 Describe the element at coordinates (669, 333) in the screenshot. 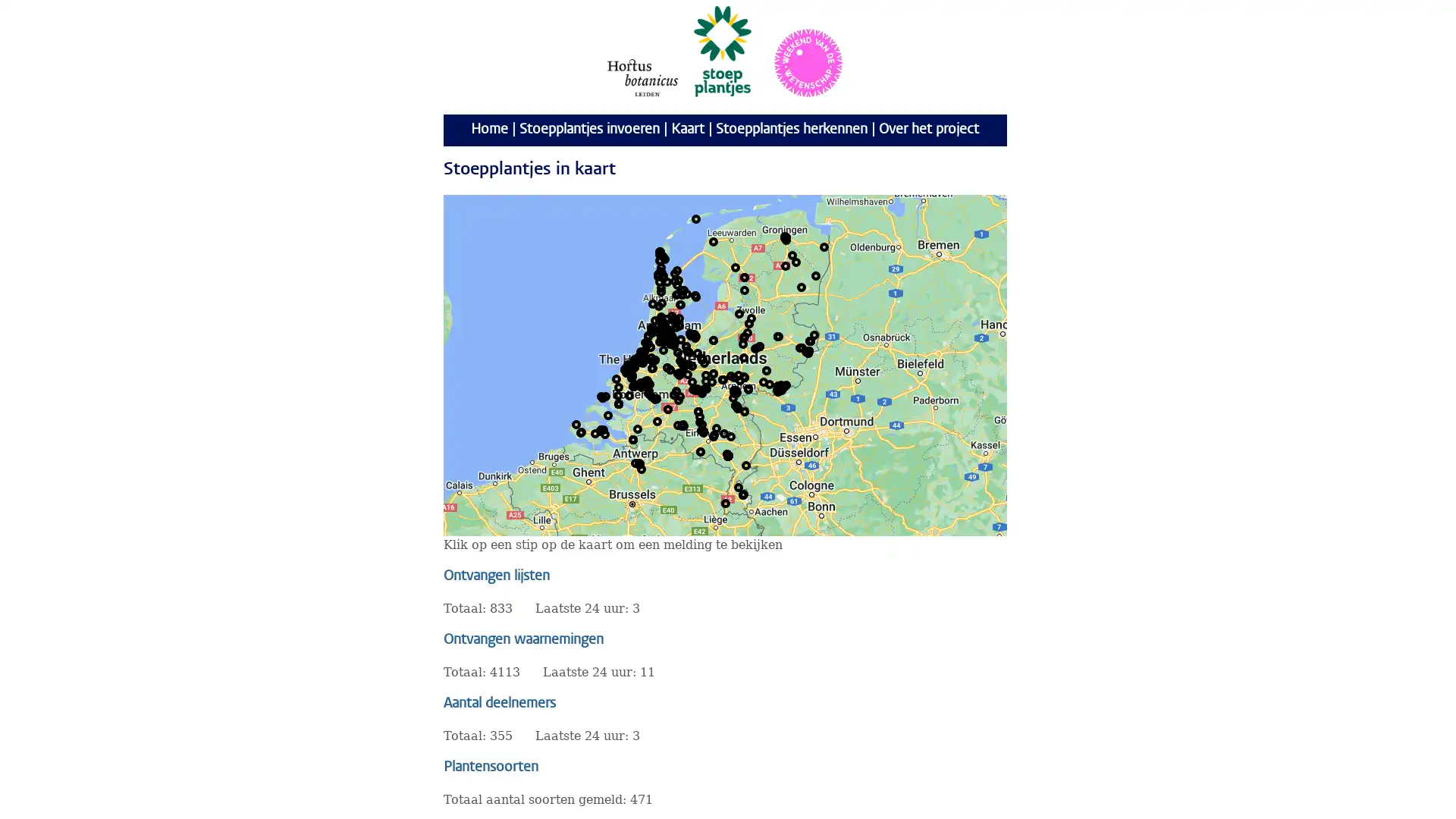

I see `Telling van Jessica Veld op 14 april 2022` at that location.